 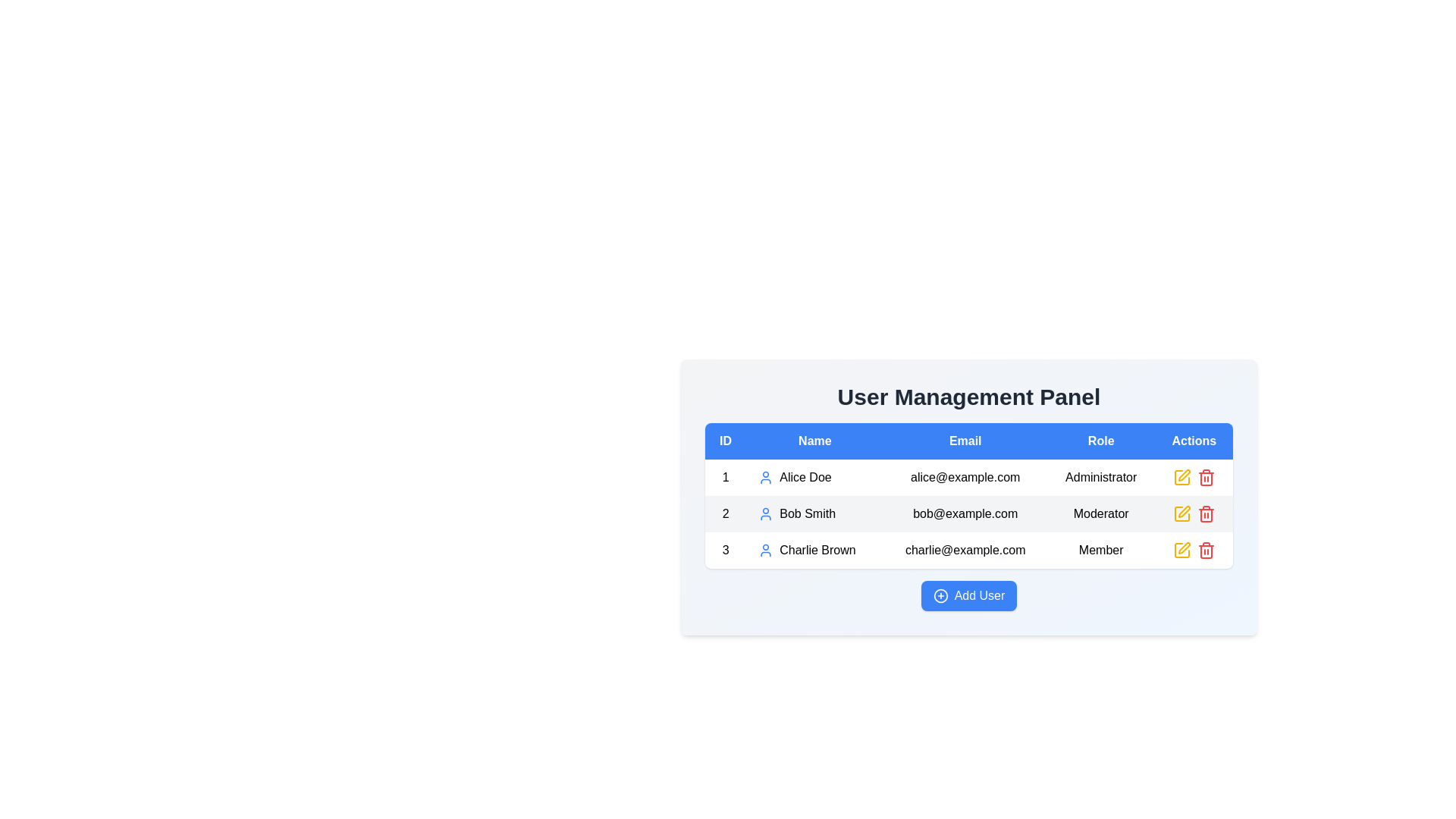 What do you see at coordinates (1183, 512) in the screenshot?
I see `the edit icon in the actions column of the user management table corresponding to Bob Smith` at bounding box center [1183, 512].